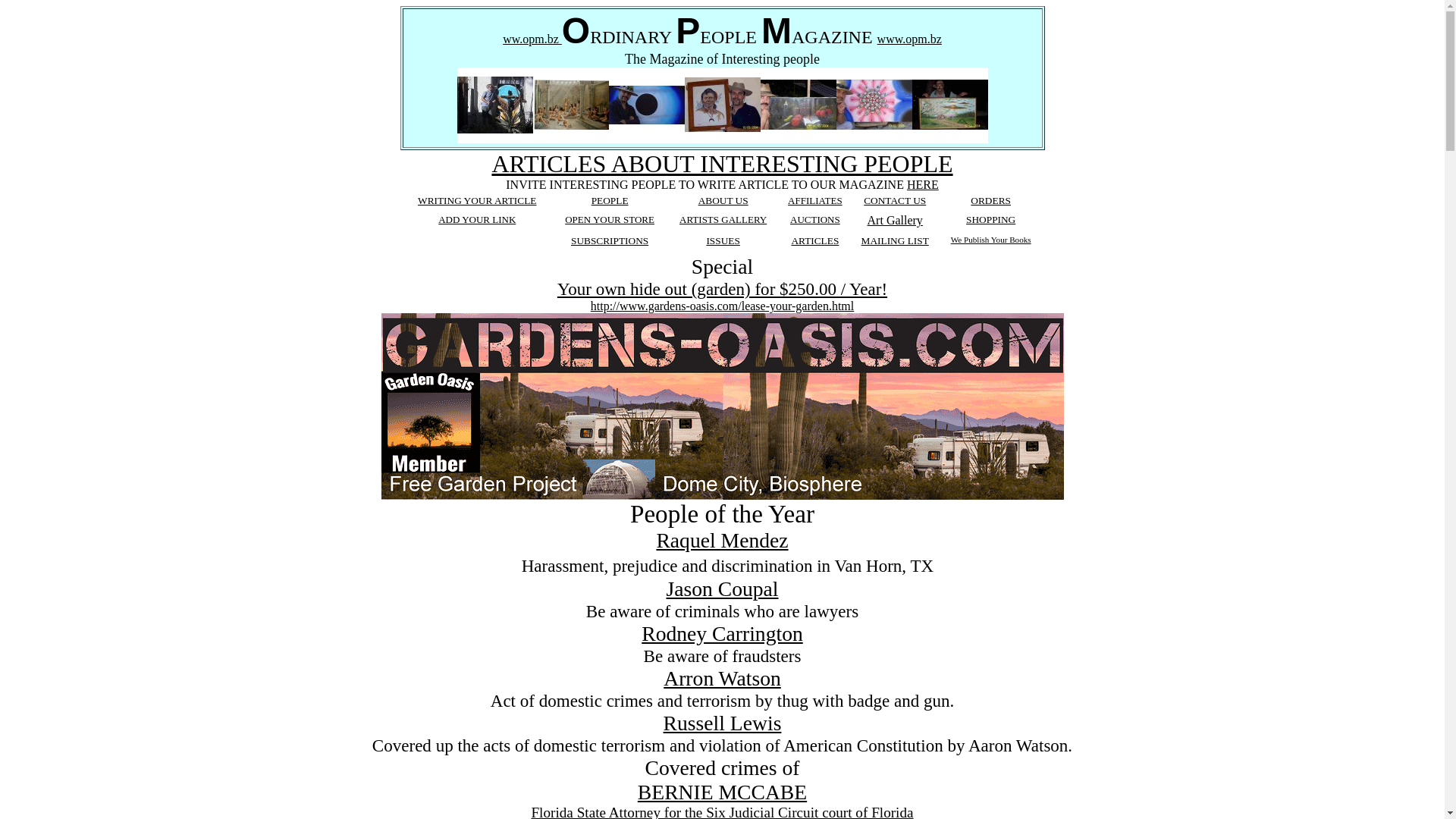  I want to click on 'SUBSCRIPTIONS', so click(570, 240).